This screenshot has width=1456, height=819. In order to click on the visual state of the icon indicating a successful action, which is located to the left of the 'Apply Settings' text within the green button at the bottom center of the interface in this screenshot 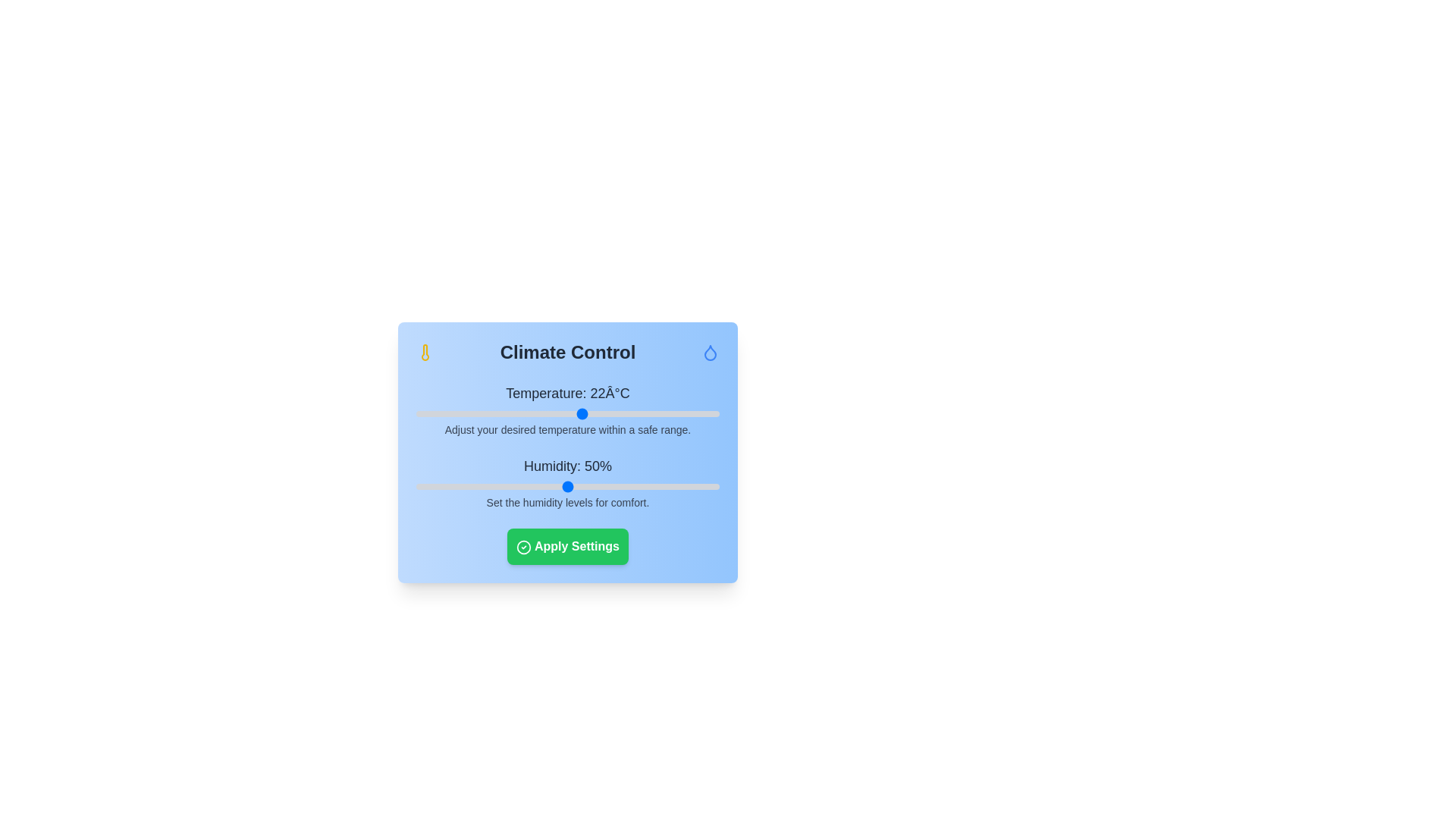, I will do `click(524, 547)`.